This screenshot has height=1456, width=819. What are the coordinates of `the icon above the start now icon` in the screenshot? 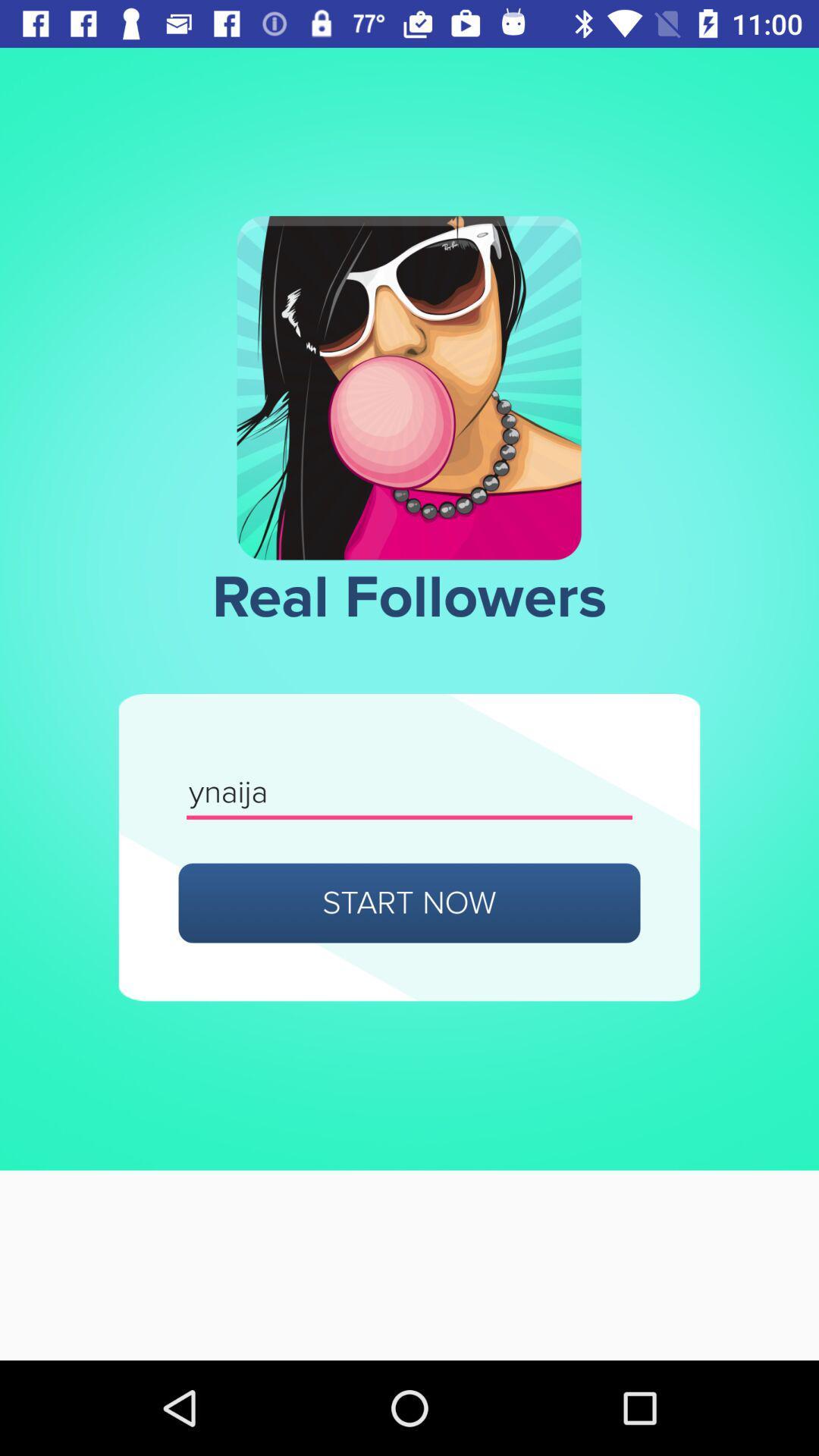 It's located at (409, 792).